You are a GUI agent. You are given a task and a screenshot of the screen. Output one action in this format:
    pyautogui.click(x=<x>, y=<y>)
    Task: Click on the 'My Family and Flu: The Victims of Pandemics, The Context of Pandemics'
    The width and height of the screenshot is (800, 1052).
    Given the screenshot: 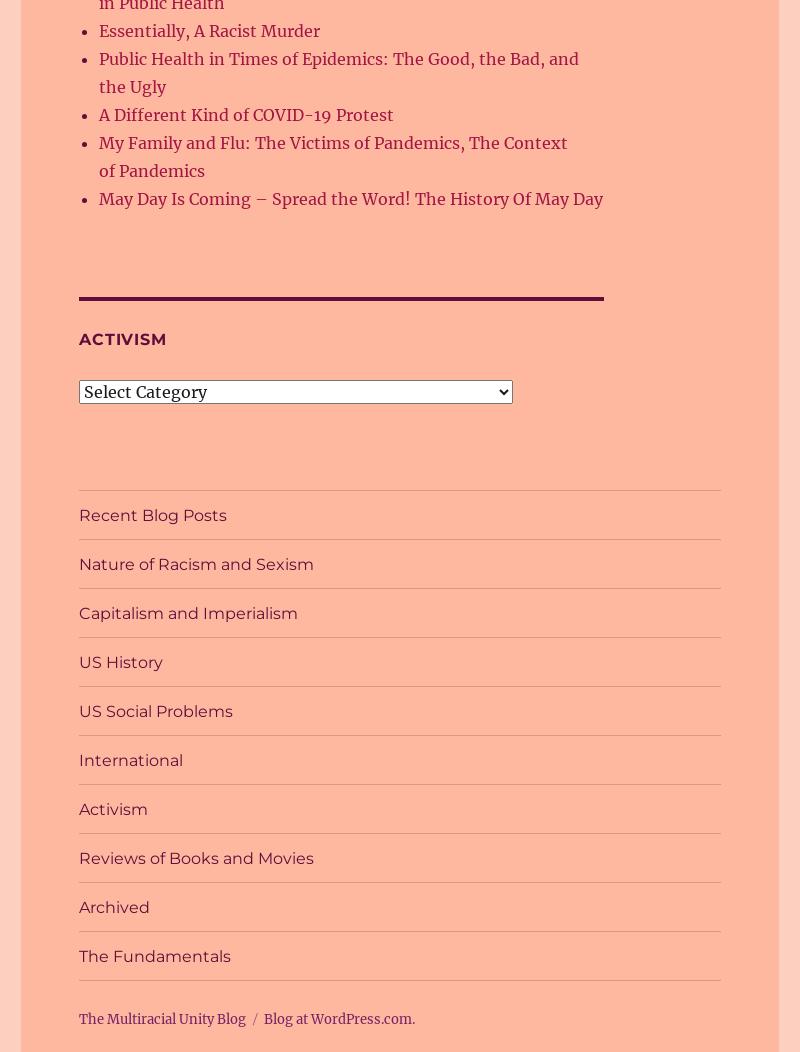 What is the action you would take?
    pyautogui.click(x=332, y=155)
    